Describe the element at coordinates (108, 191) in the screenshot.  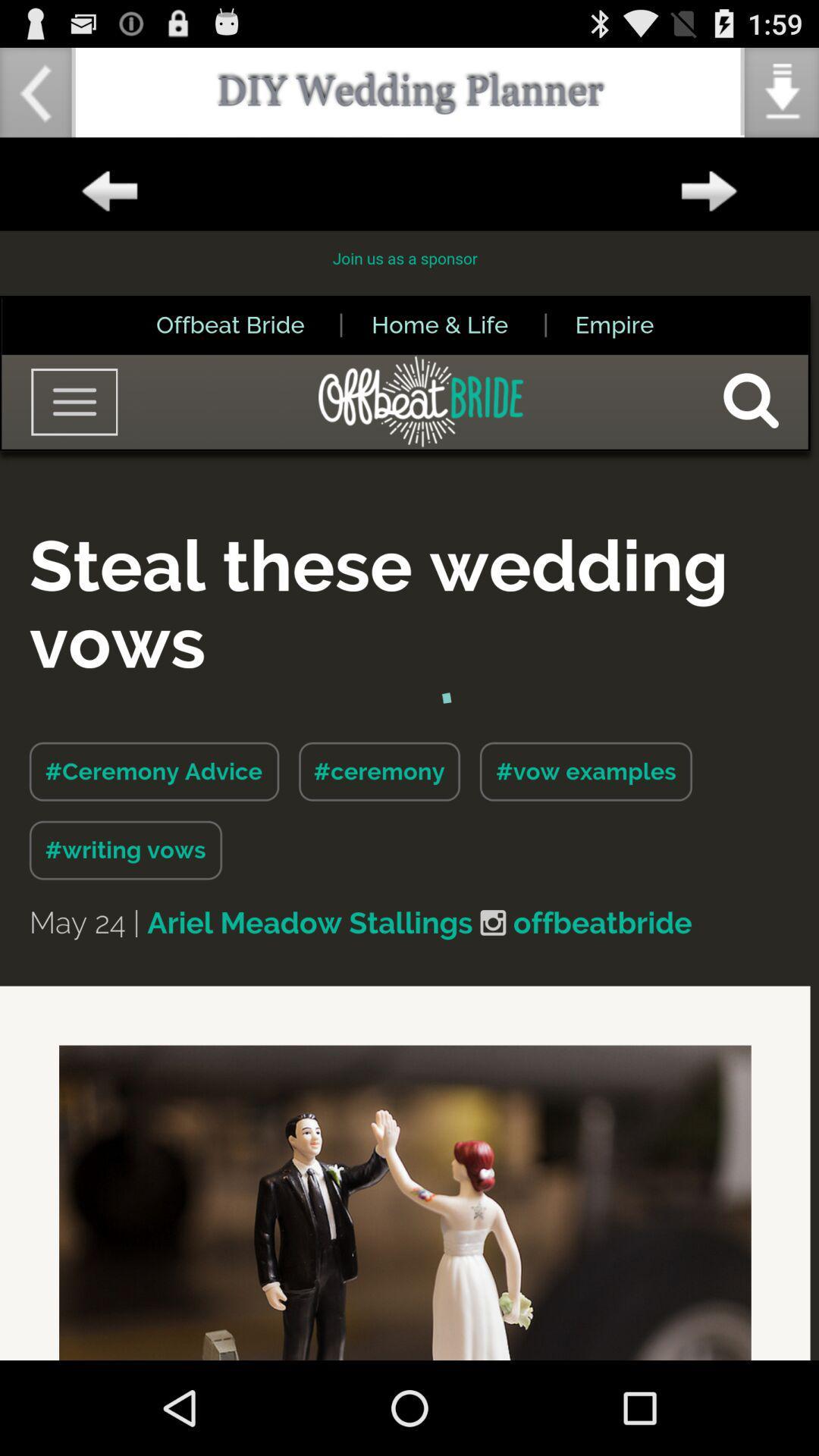
I see `previous` at that location.